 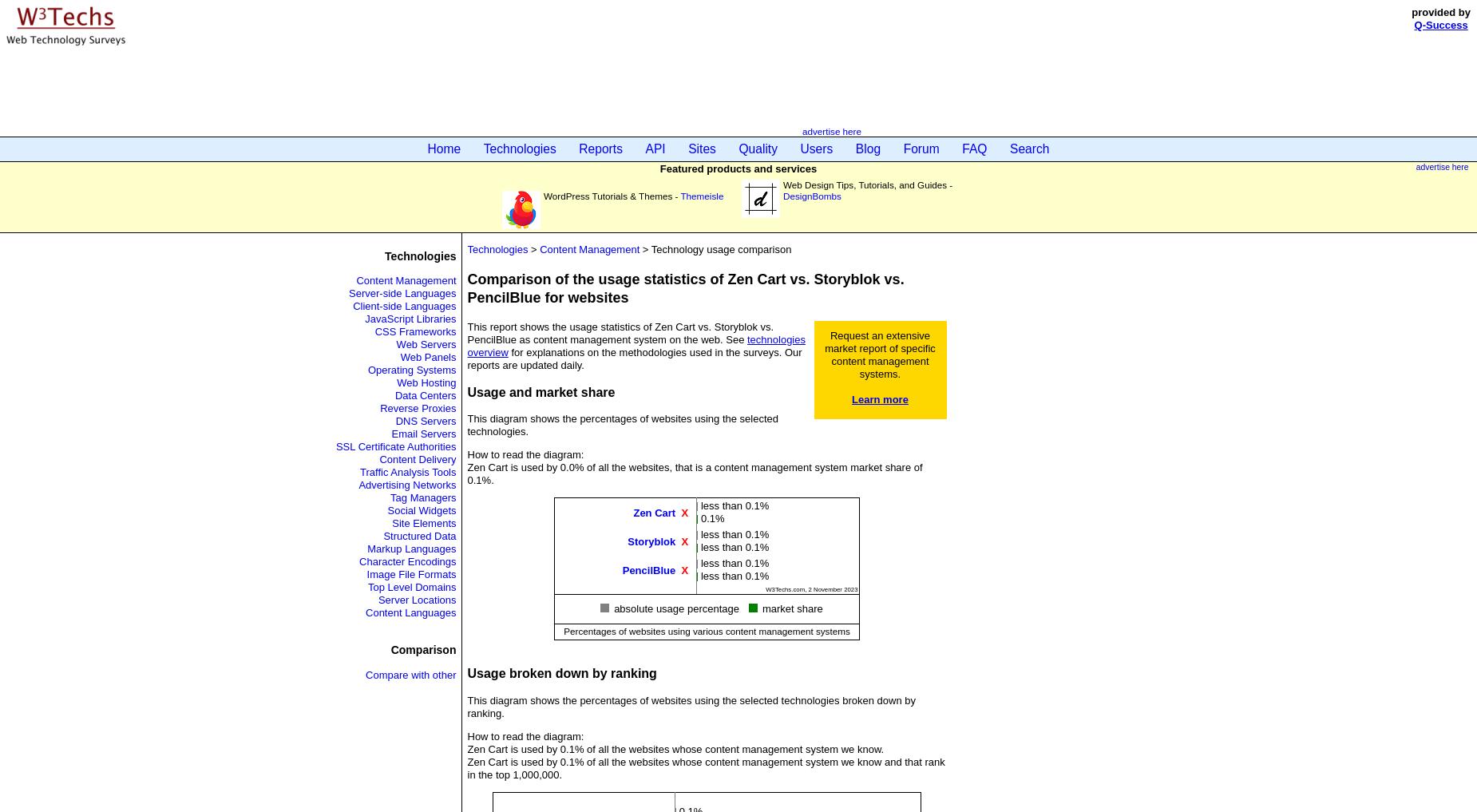 What do you see at coordinates (418, 408) in the screenshot?
I see `'Reverse Proxies'` at bounding box center [418, 408].